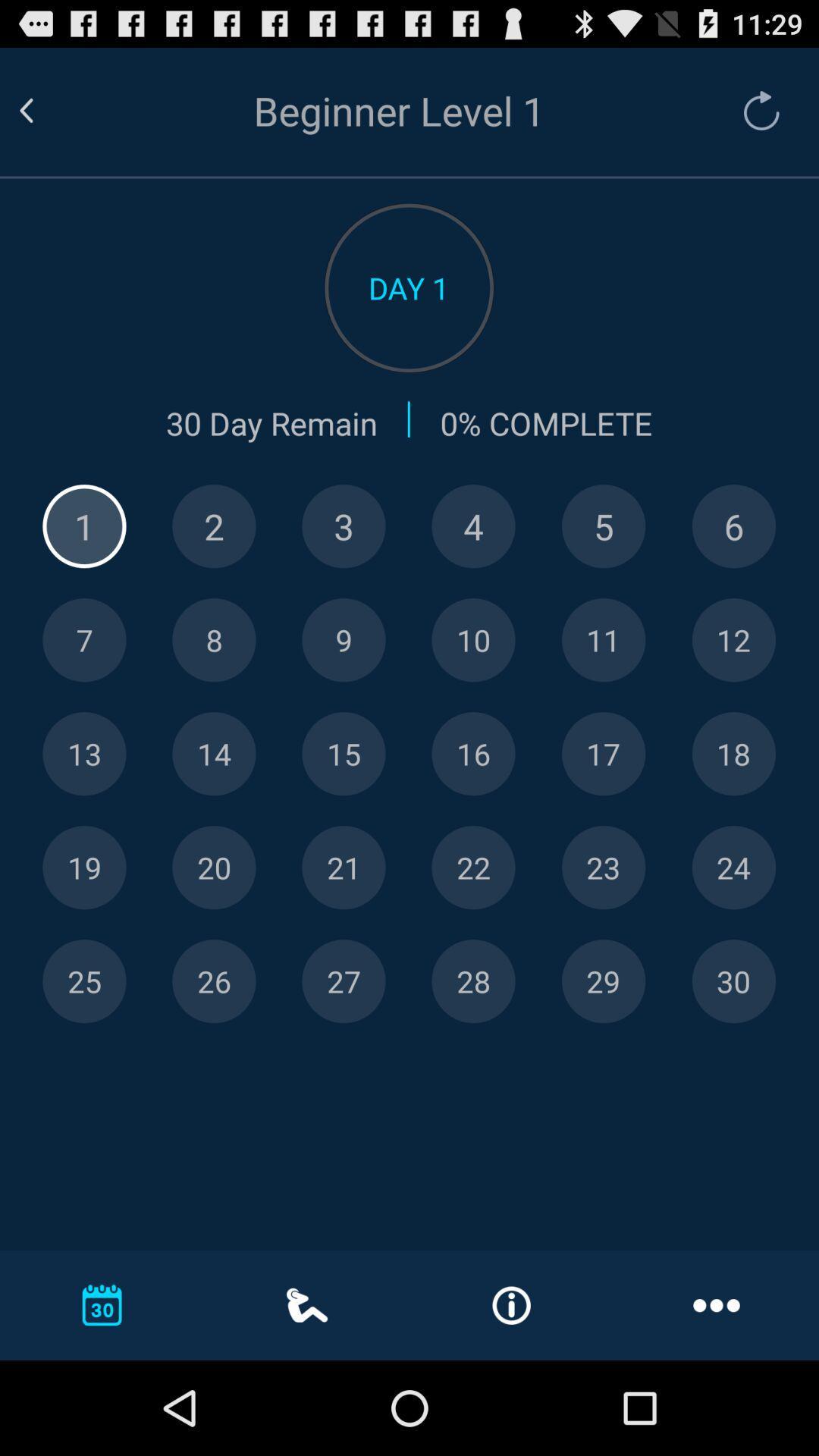 Image resolution: width=819 pixels, height=1456 pixels. What do you see at coordinates (472, 754) in the screenshot?
I see `day` at bounding box center [472, 754].